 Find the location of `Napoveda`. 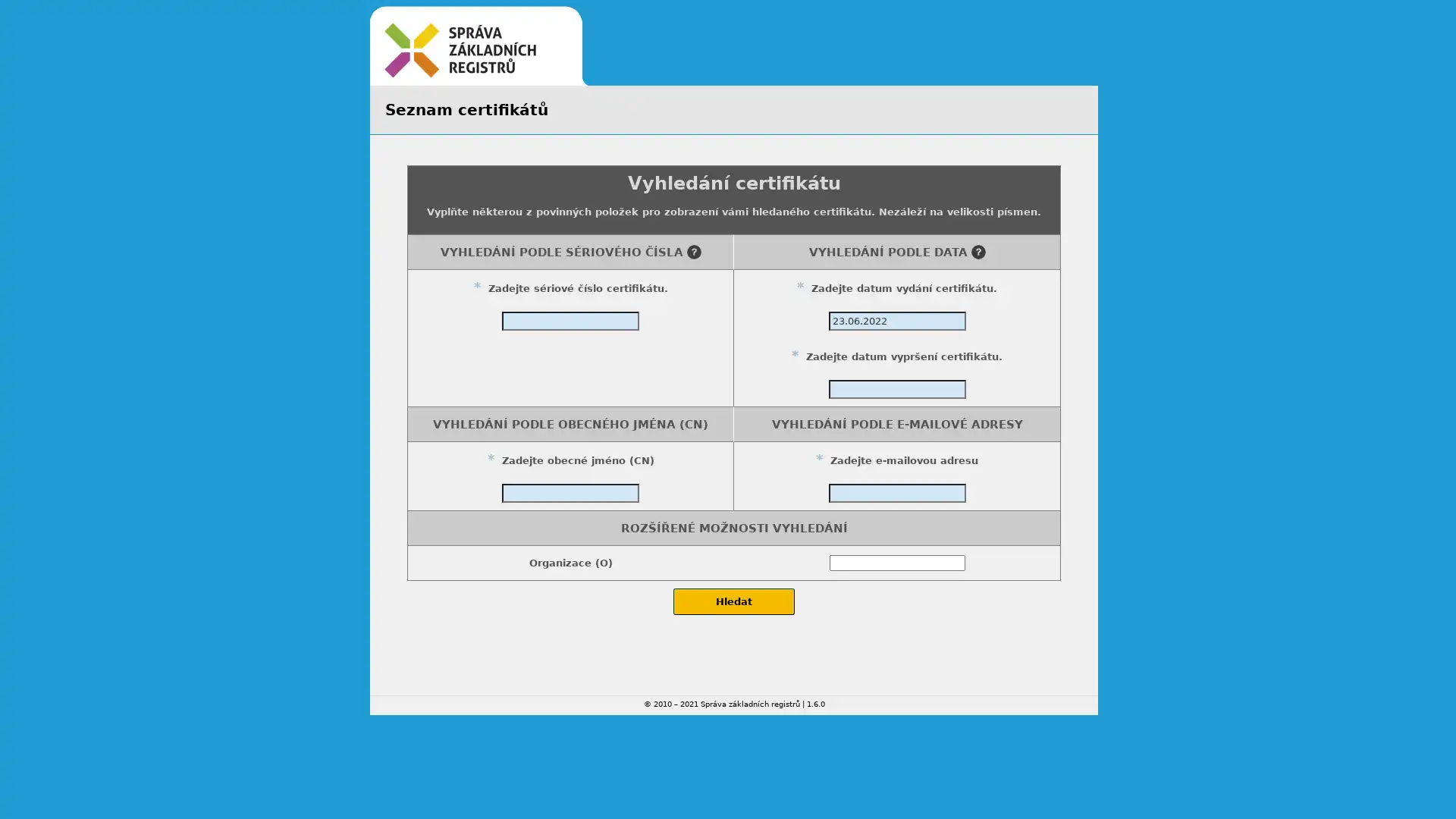

Napoveda is located at coordinates (977, 251).